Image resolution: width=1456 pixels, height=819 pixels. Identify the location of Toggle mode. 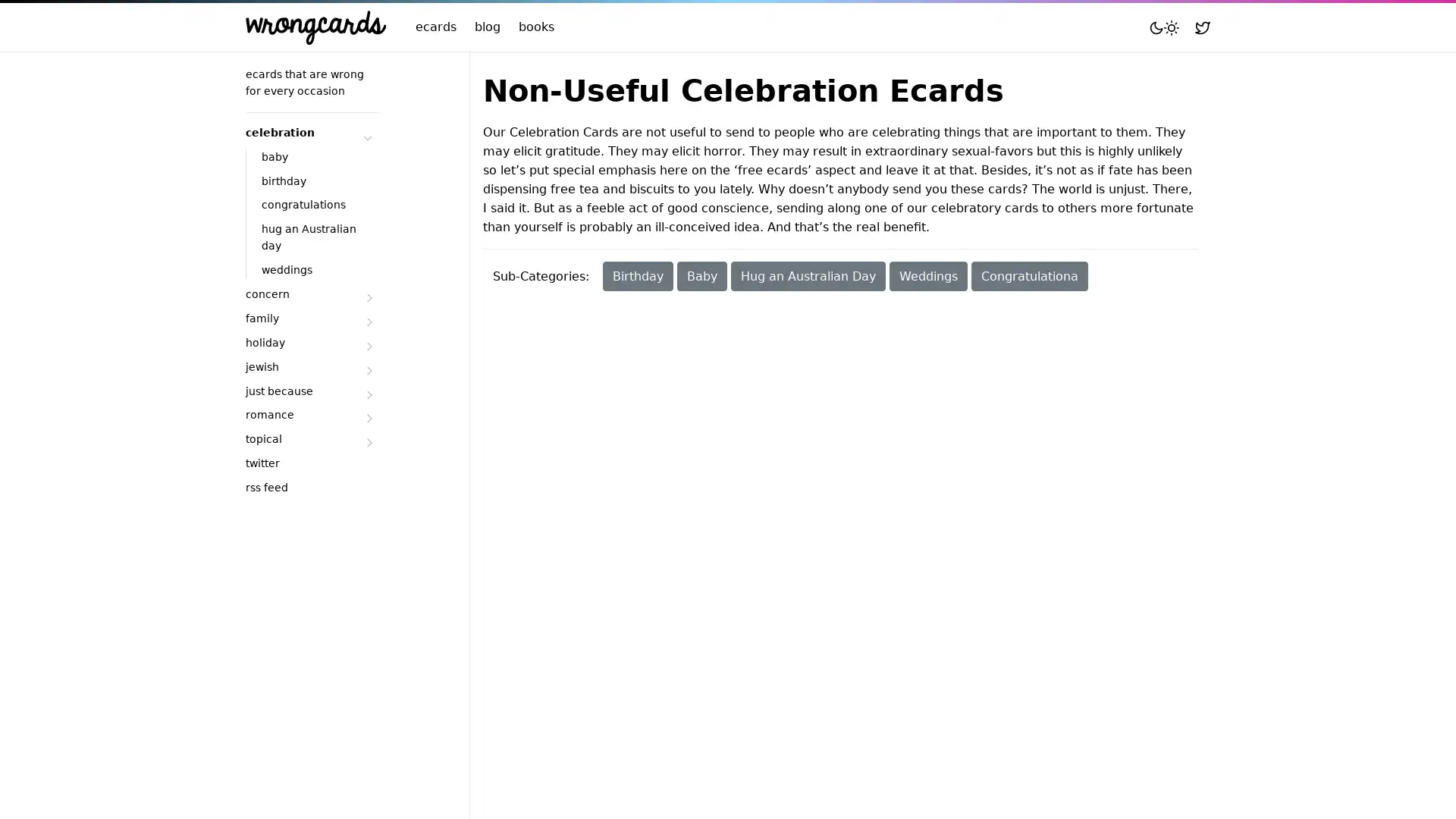
(1163, 27).